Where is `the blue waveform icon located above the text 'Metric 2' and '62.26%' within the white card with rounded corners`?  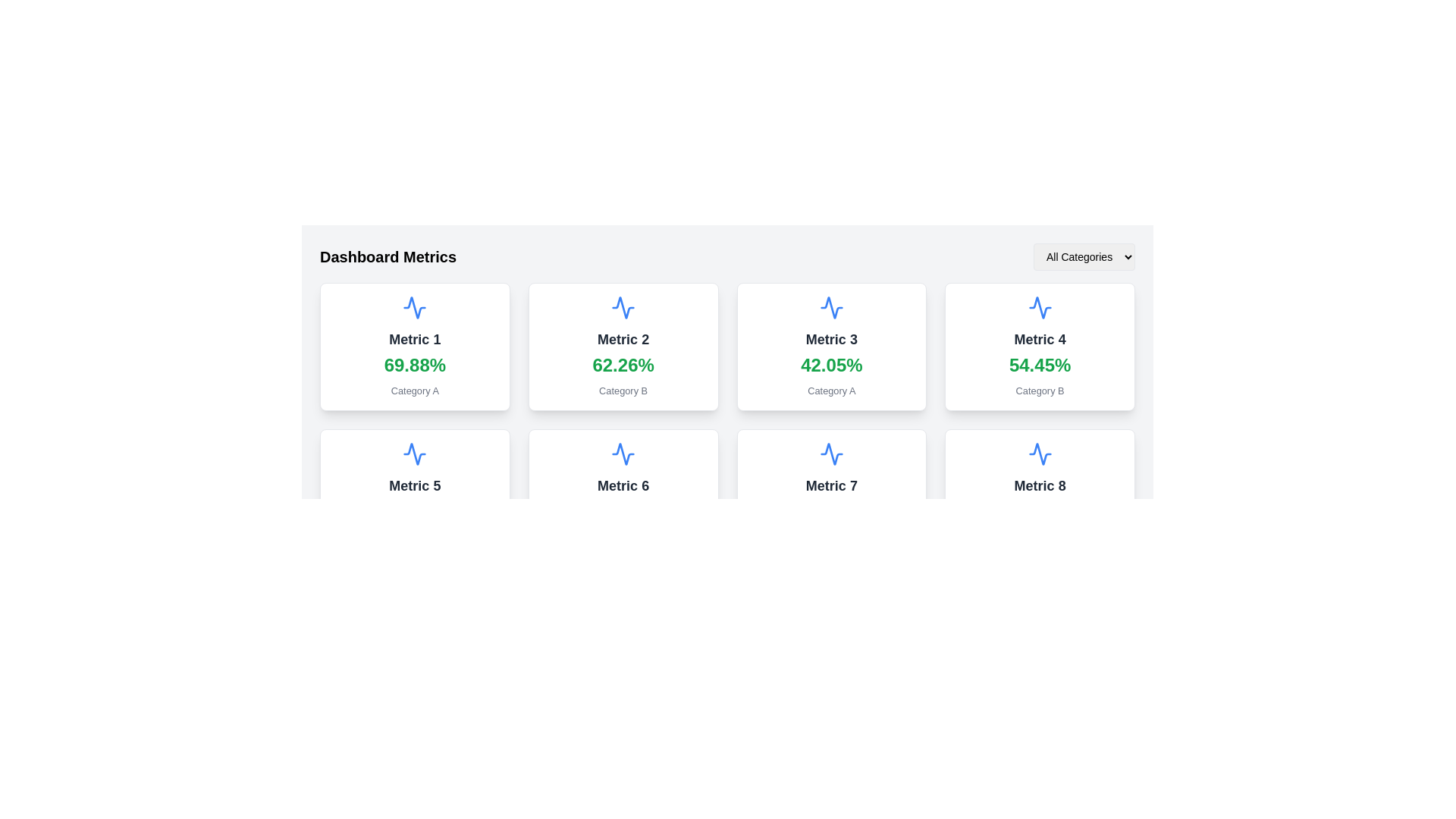 the blue waveform icon located above the text 'Metric 2' and '62.26%' within the white card with rounded corners is located at coordinates (623, 307).